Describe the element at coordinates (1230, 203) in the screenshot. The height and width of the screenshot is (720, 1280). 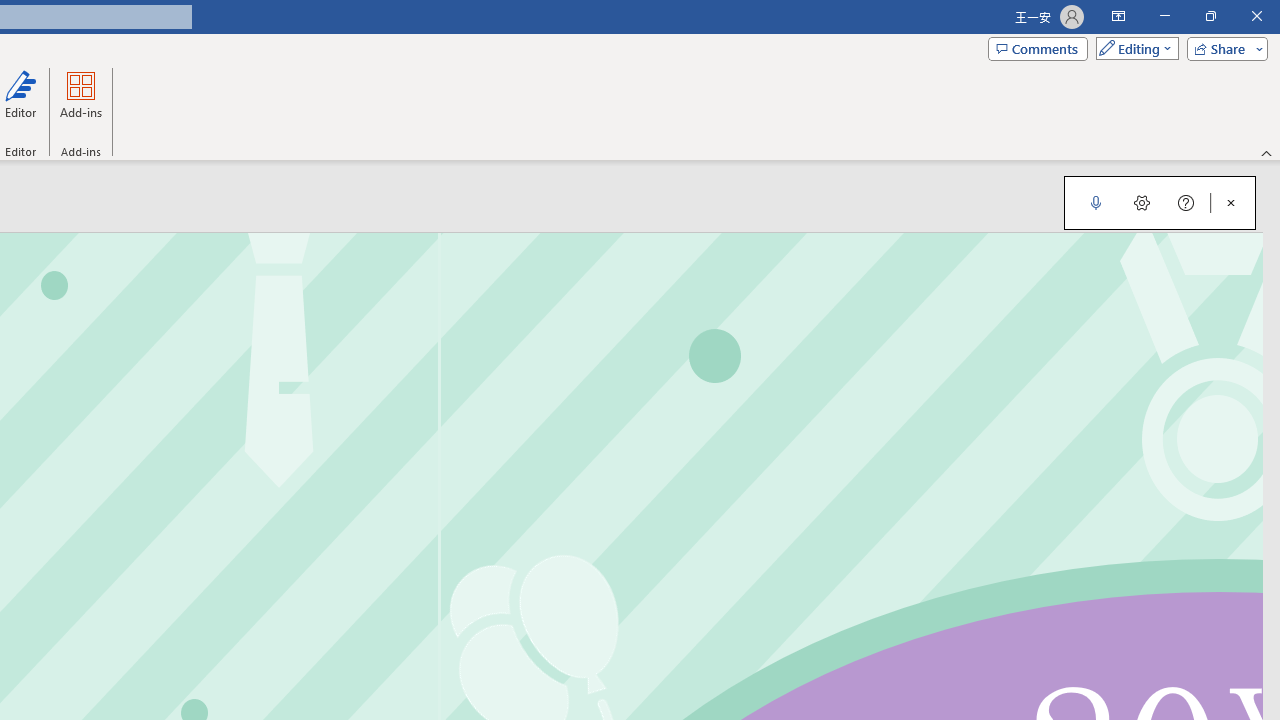
I see `'Close Dictation'` at that location.